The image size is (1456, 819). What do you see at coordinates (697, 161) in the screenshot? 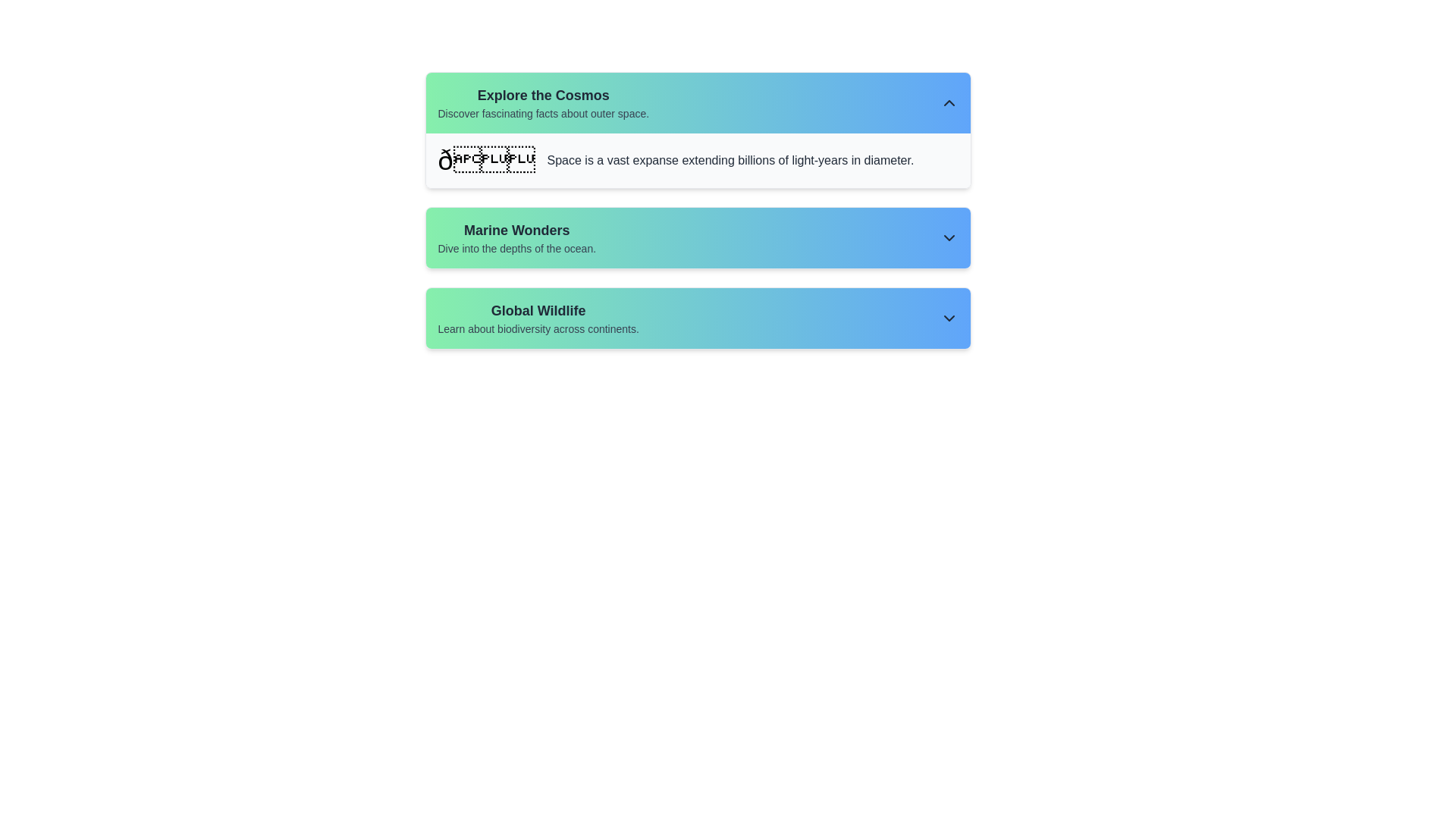
I see `the informational text element that includes a globe emoji and the description 'Space is a vast expanse extending billions of light-years in diameter.'` at bounding box center [697, 161].